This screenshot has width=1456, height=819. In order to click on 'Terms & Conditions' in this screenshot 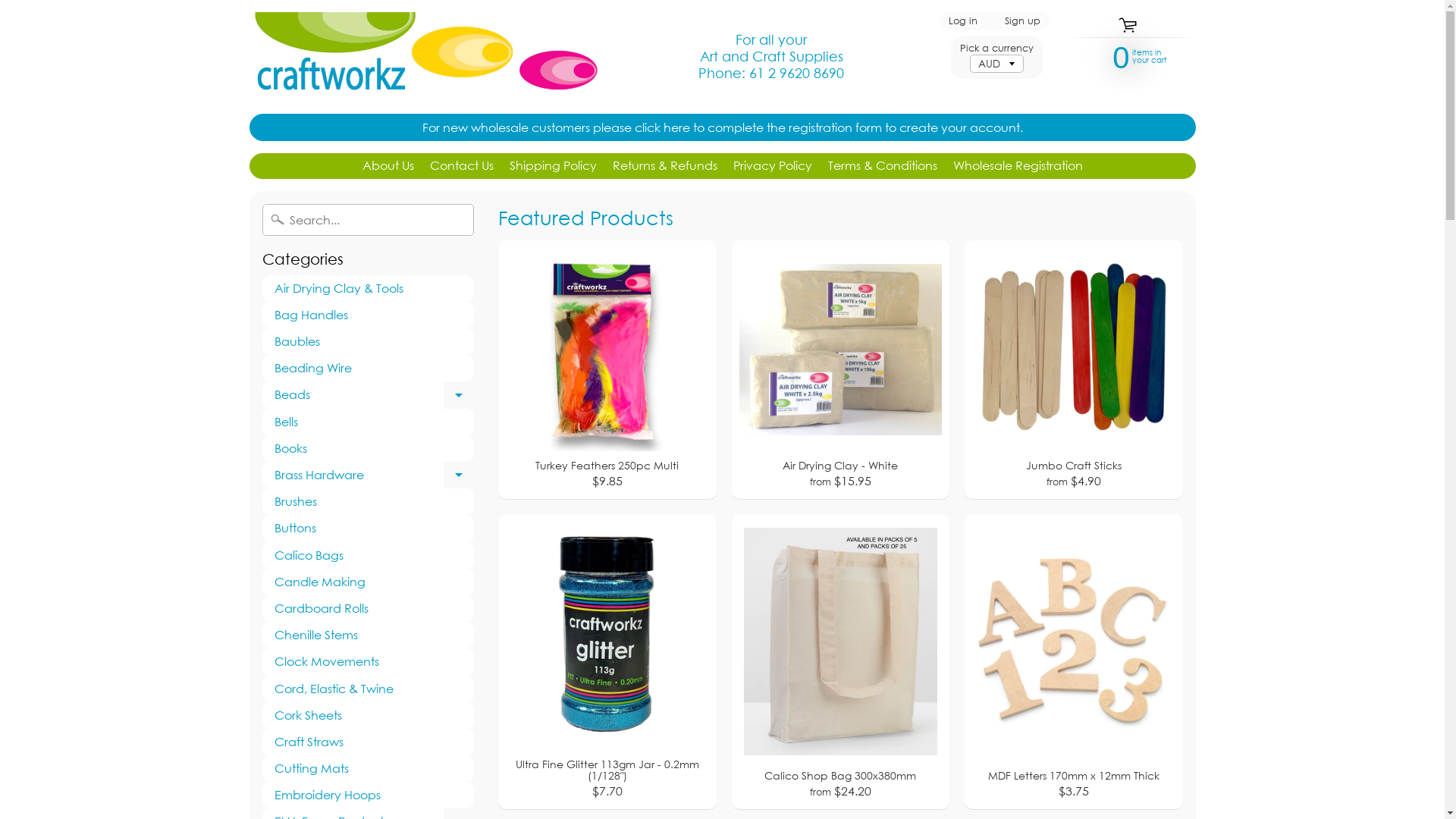, I will do `click(882, 166)`.